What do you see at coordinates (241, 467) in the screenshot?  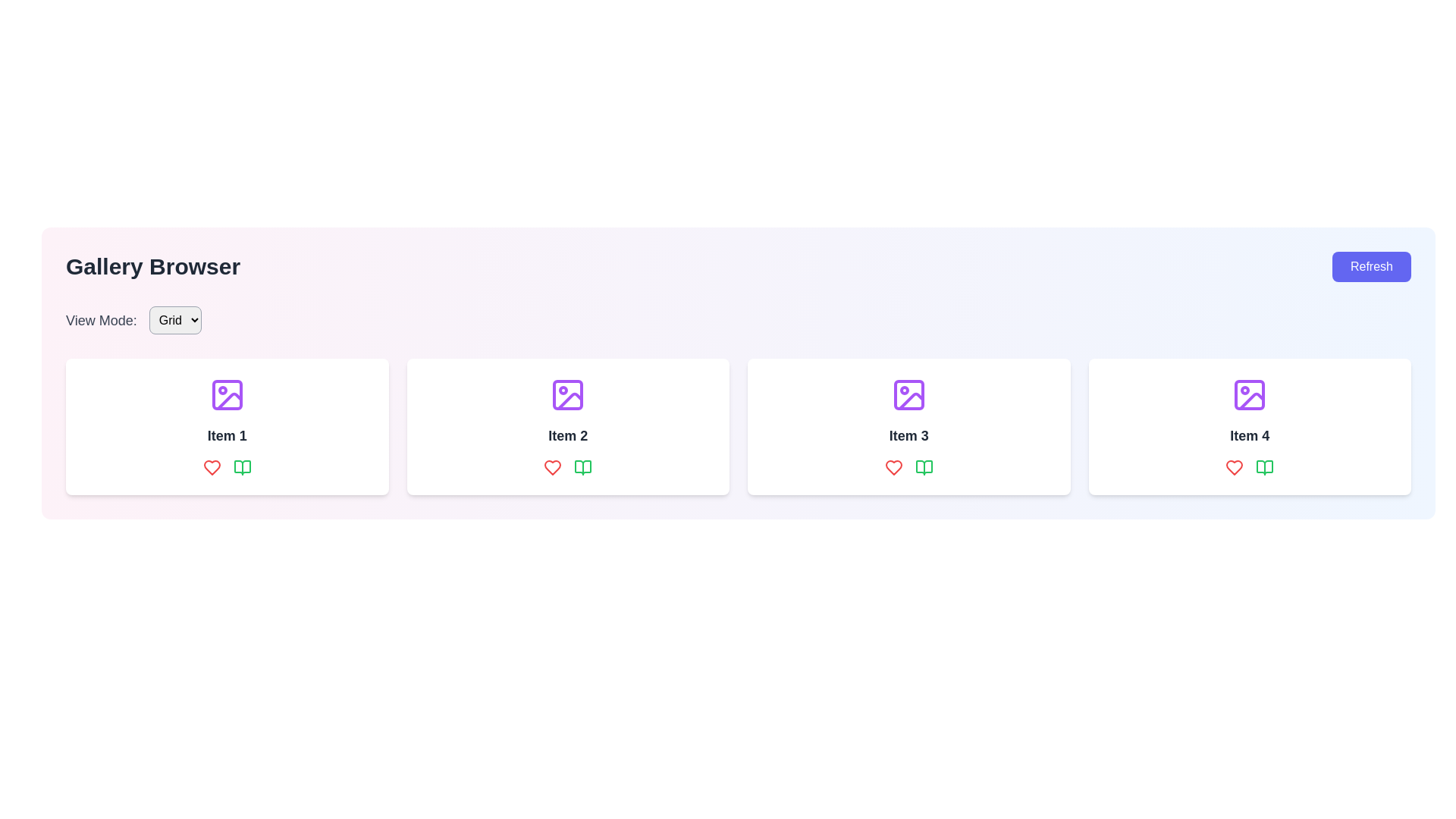 I see `the open book SVG icon` at bounding box center [241, 467].